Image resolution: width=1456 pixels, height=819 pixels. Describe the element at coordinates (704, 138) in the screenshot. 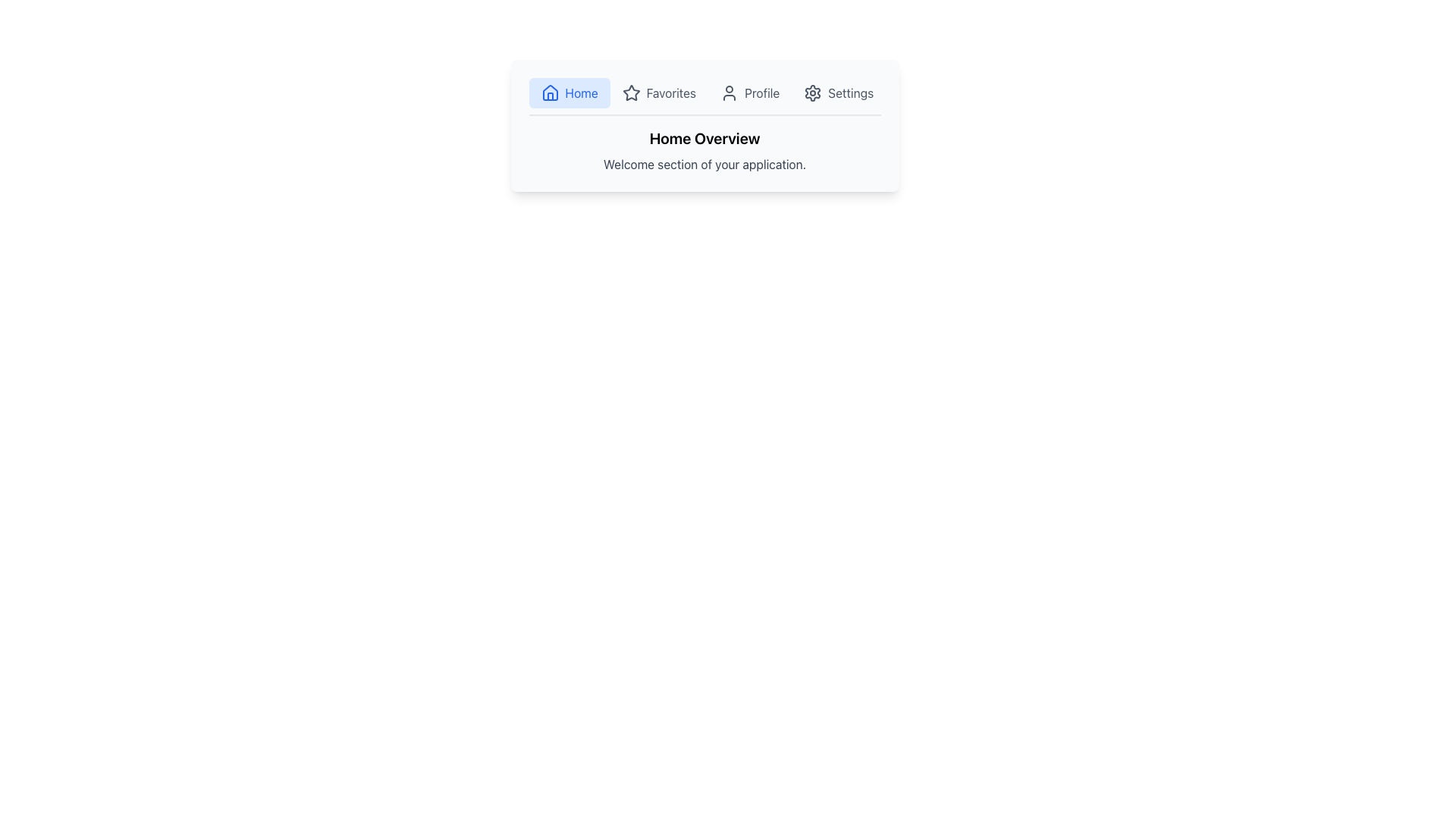

I see `the header text label that introduces the 'Home Overview' section of the application` at that location.